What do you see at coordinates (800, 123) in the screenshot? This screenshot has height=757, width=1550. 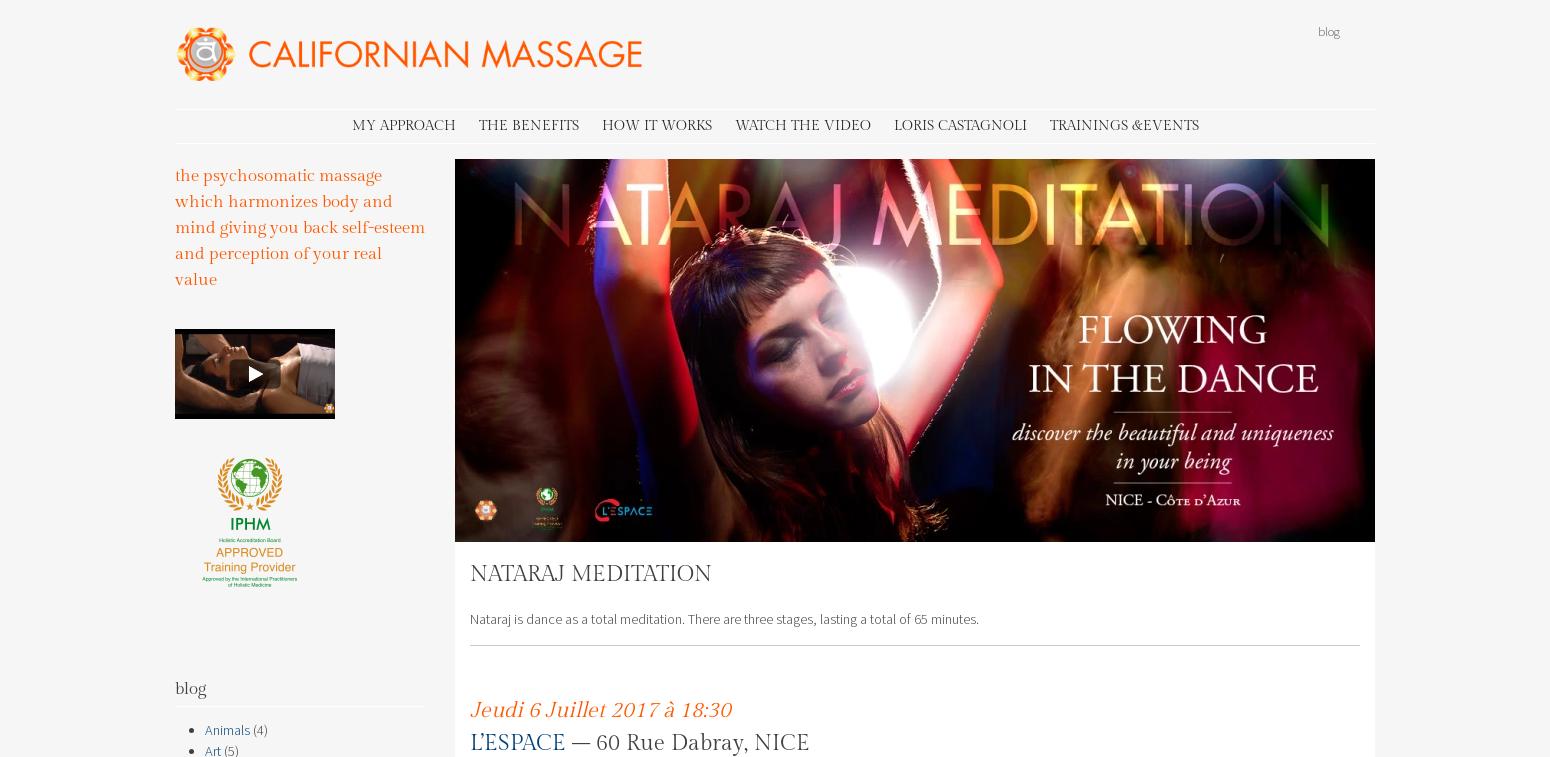 I see `'WATCH THE VIDEO'` at bounding box center [800, 123].